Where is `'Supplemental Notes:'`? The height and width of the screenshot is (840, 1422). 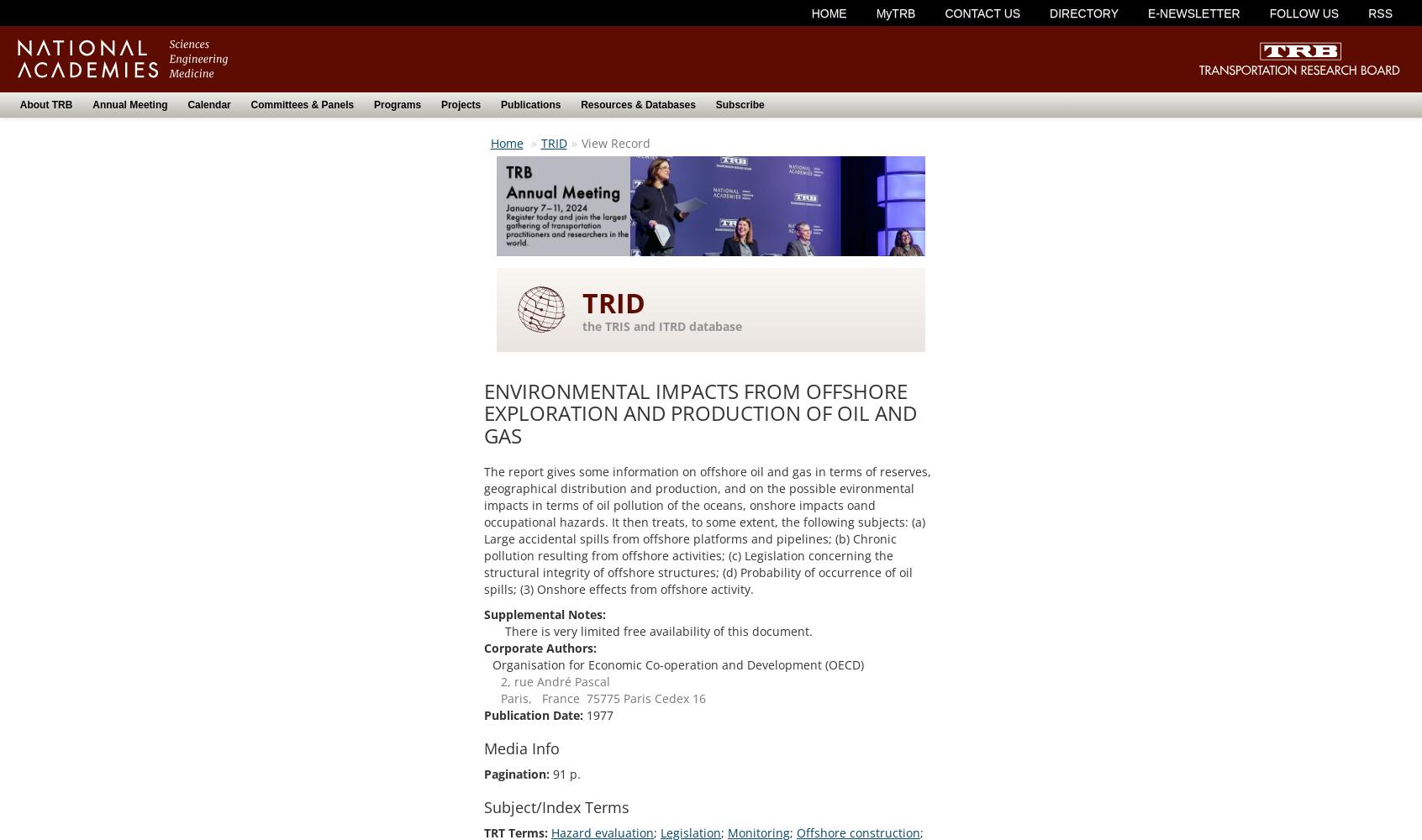
'Supplemental Notes:' is located at coordinates (545, 613).